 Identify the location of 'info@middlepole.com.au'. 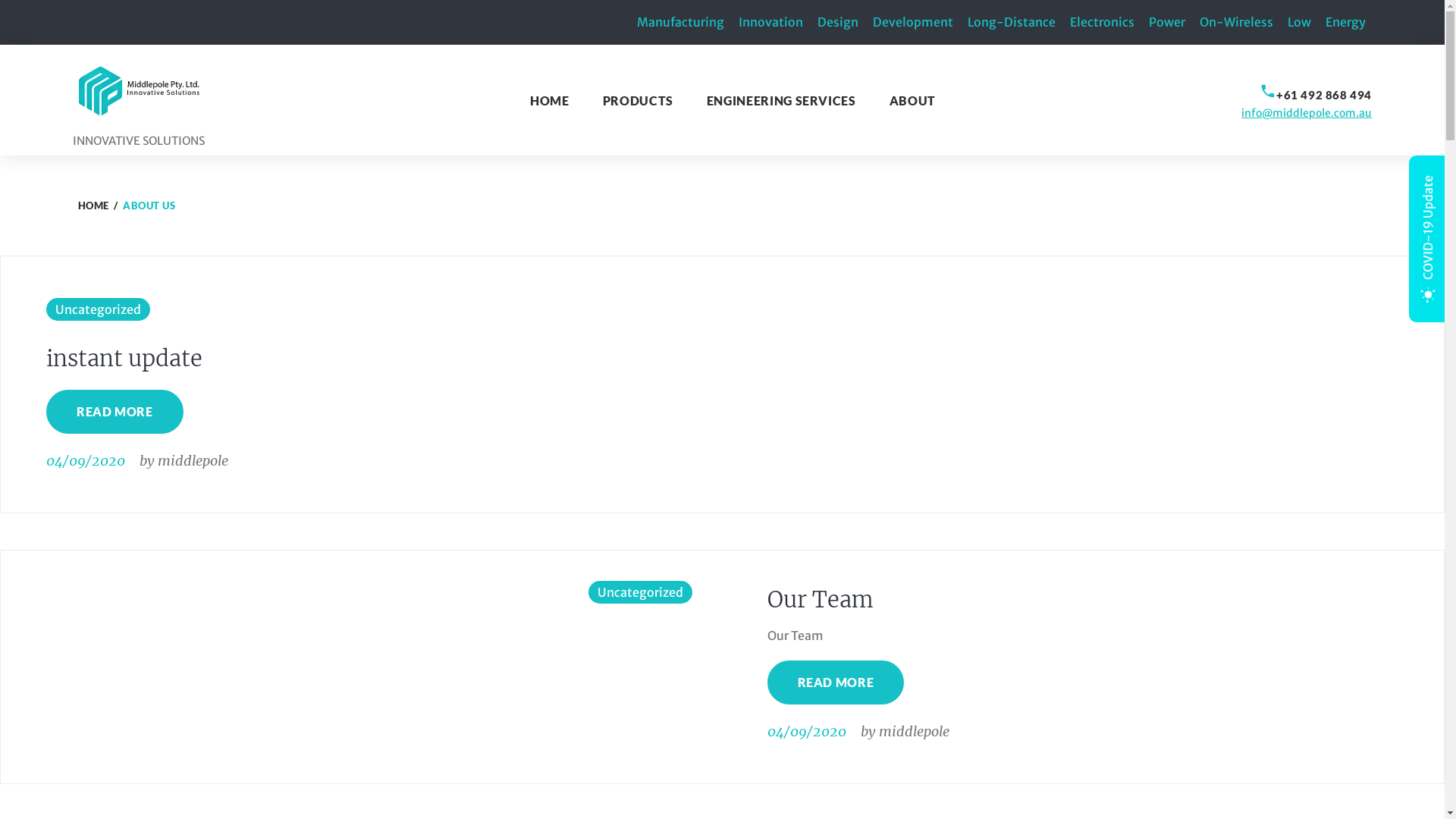
(1306, 112).